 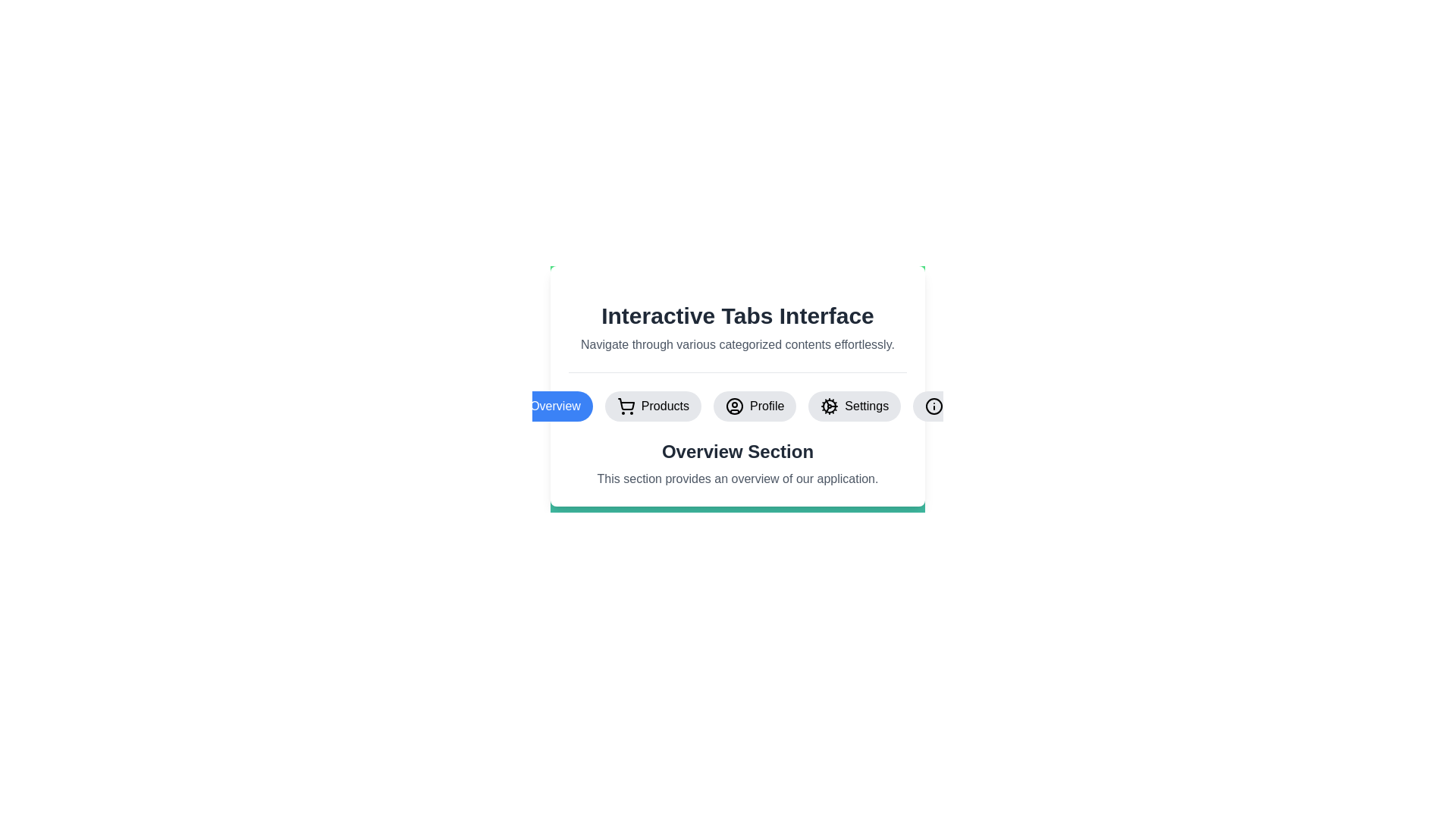 What do you see at coordinates (543, 406) in the screenshot?
I see `the first button from the left in the horizontal navigation group` at bounding box center [543, 406].